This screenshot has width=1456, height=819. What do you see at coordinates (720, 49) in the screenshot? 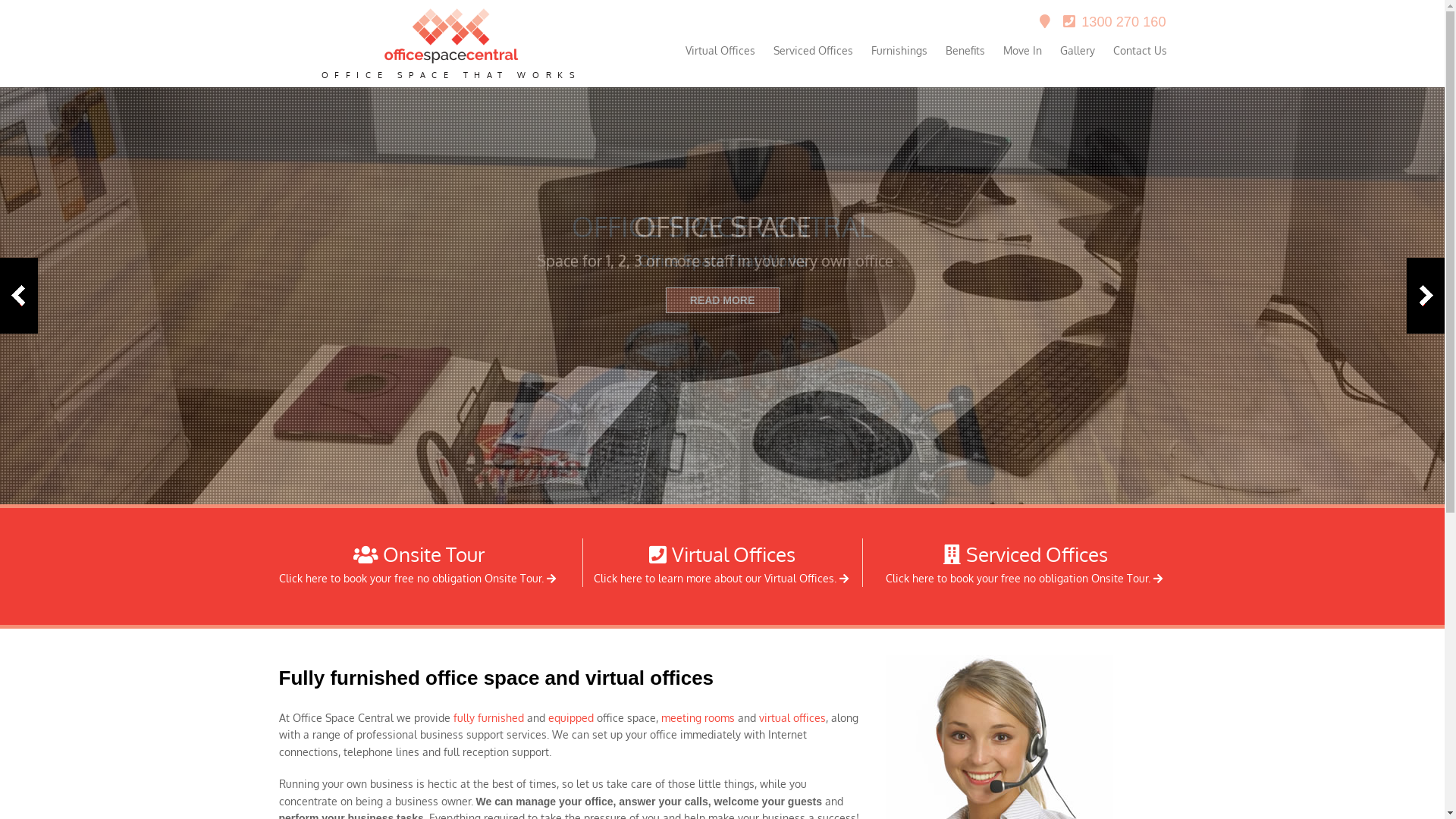
I see `'Virtual Offices'` at bounding box center [720, 49].